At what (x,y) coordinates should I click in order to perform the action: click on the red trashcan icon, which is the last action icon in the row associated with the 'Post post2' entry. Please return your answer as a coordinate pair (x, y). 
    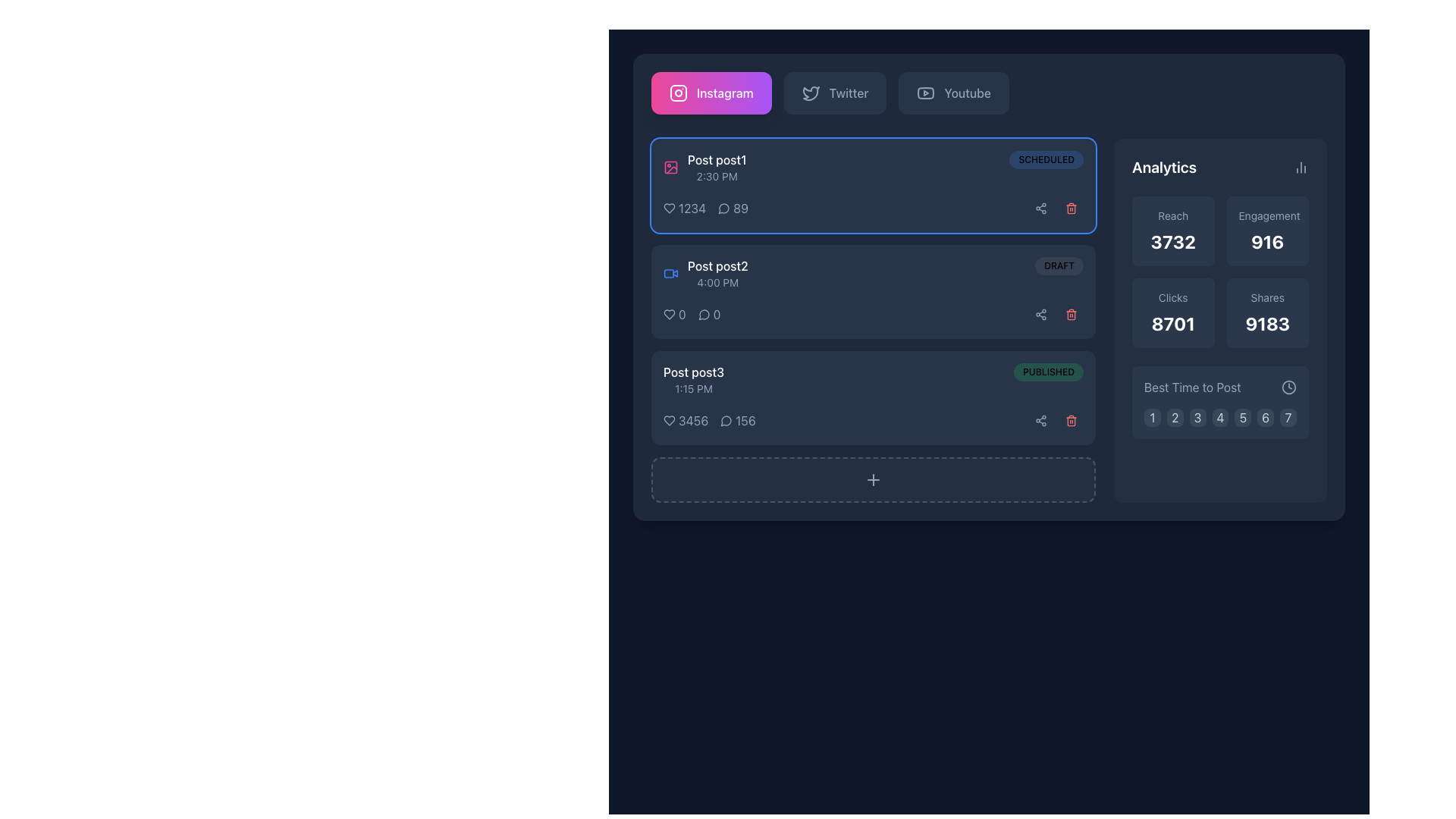
    Looking at the image, I should click on (1070, 314).